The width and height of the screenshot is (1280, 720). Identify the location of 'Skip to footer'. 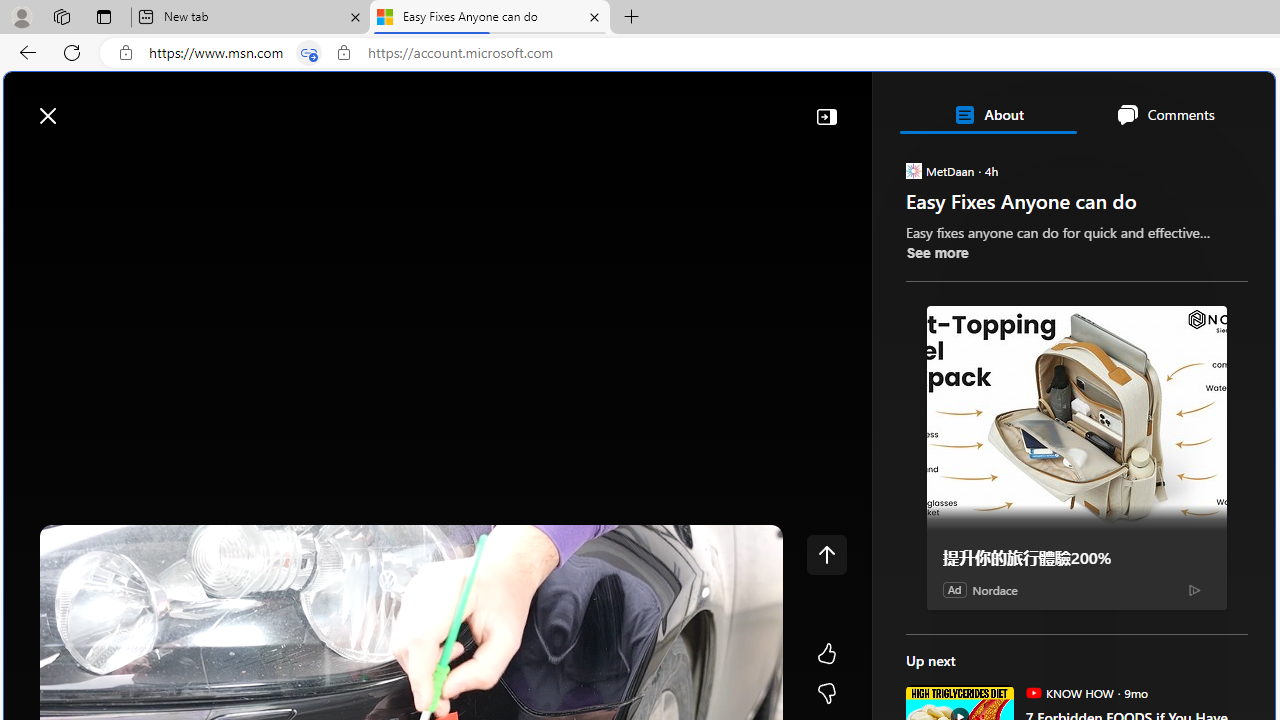
(81, 105).